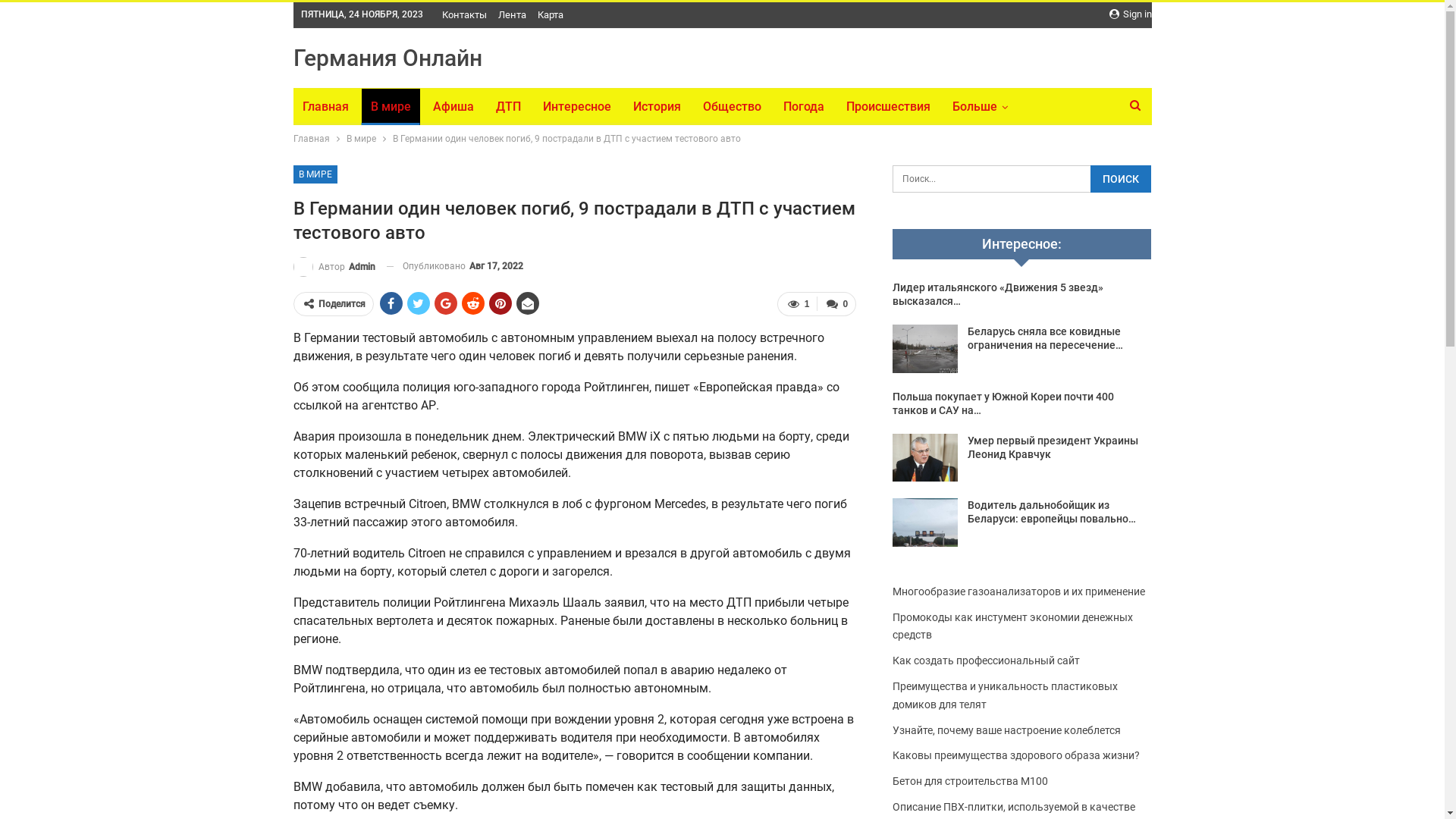 The image size is (1456, 819). I want to click on 'Sign in', so click(1129, 14).